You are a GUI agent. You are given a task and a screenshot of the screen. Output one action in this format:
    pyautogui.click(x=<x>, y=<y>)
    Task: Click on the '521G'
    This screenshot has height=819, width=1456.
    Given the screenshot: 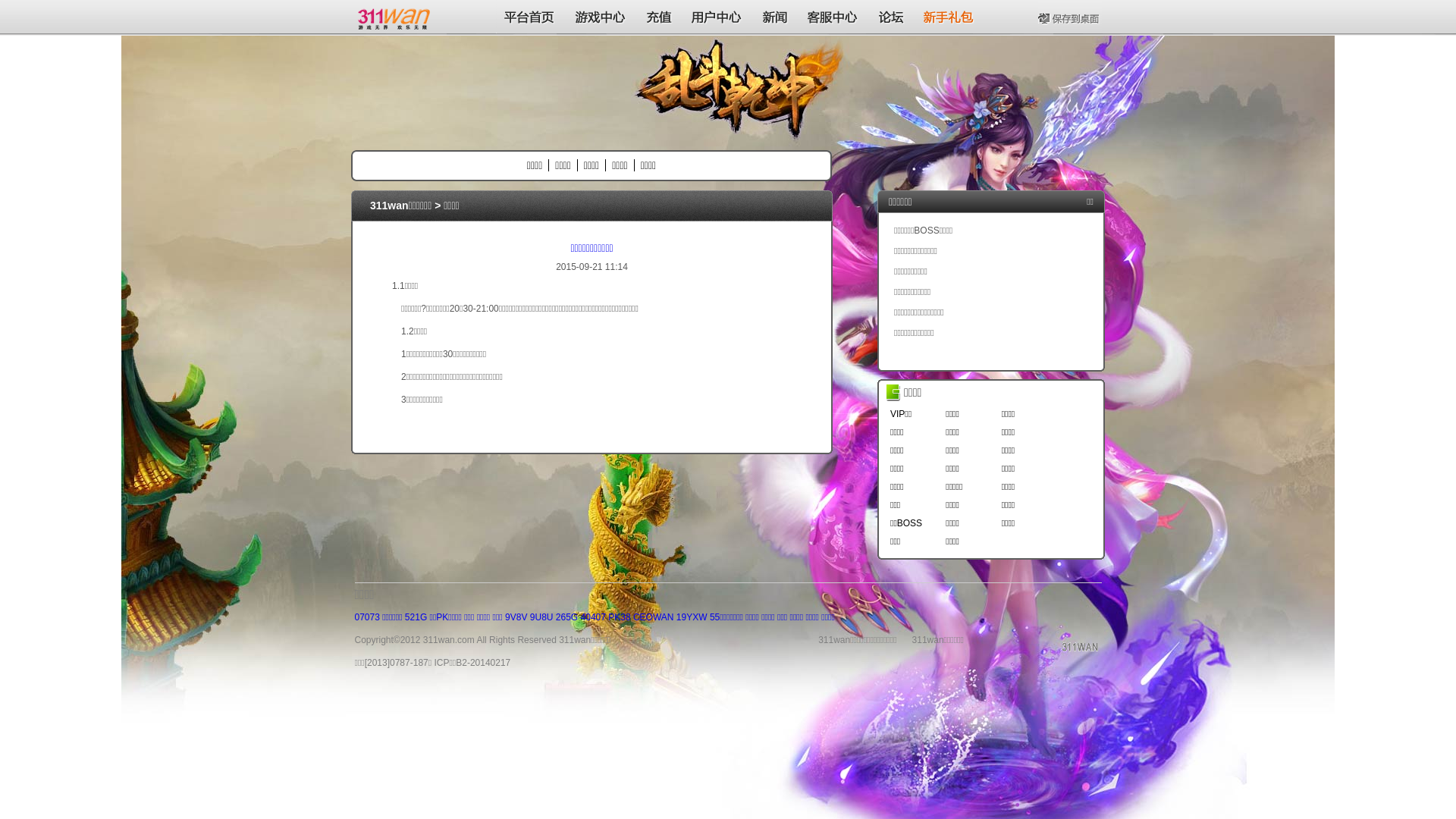 What is the action you would take?
    pyautogui.click(x=416, y=617)
    